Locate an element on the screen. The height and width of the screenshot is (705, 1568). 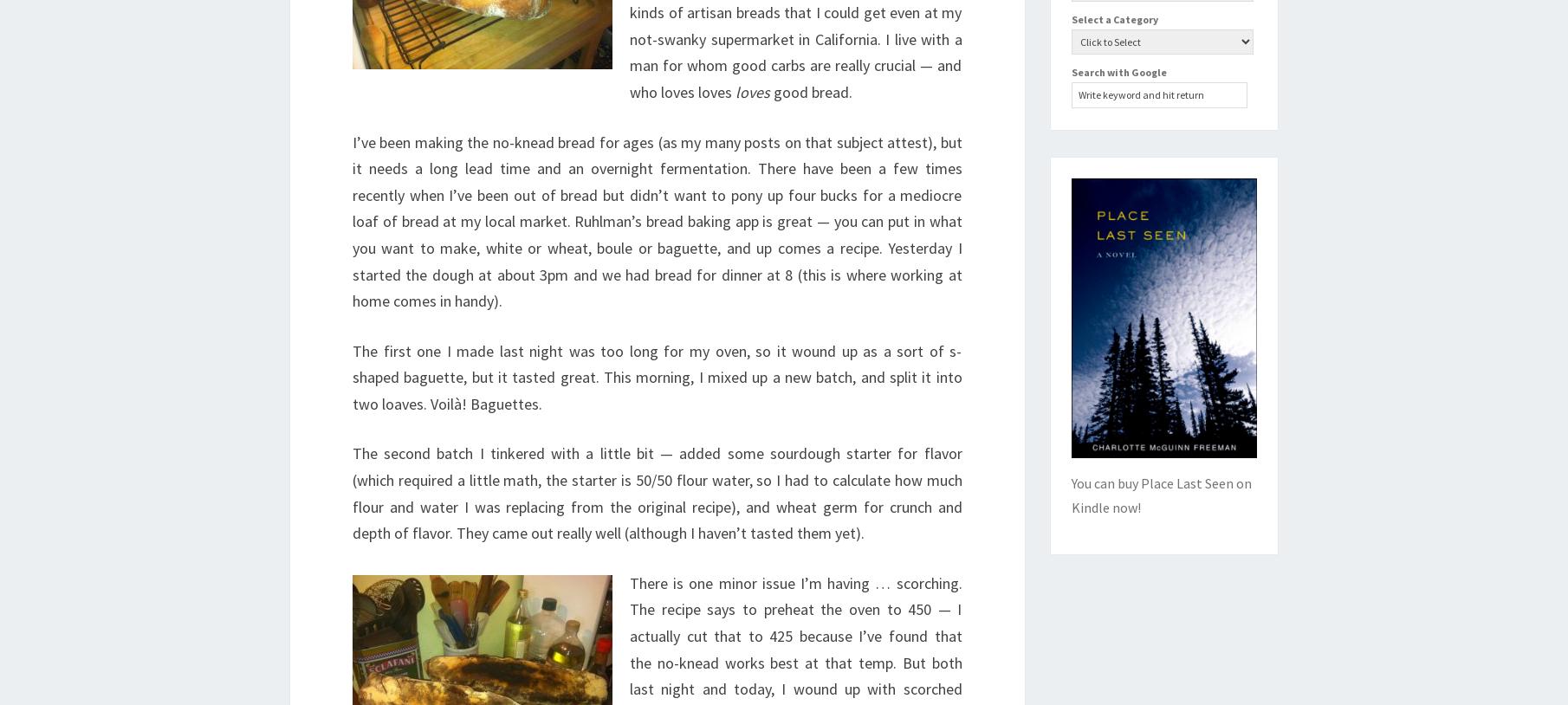
'on Kindle now!' is located at coordinates (1070, 494).